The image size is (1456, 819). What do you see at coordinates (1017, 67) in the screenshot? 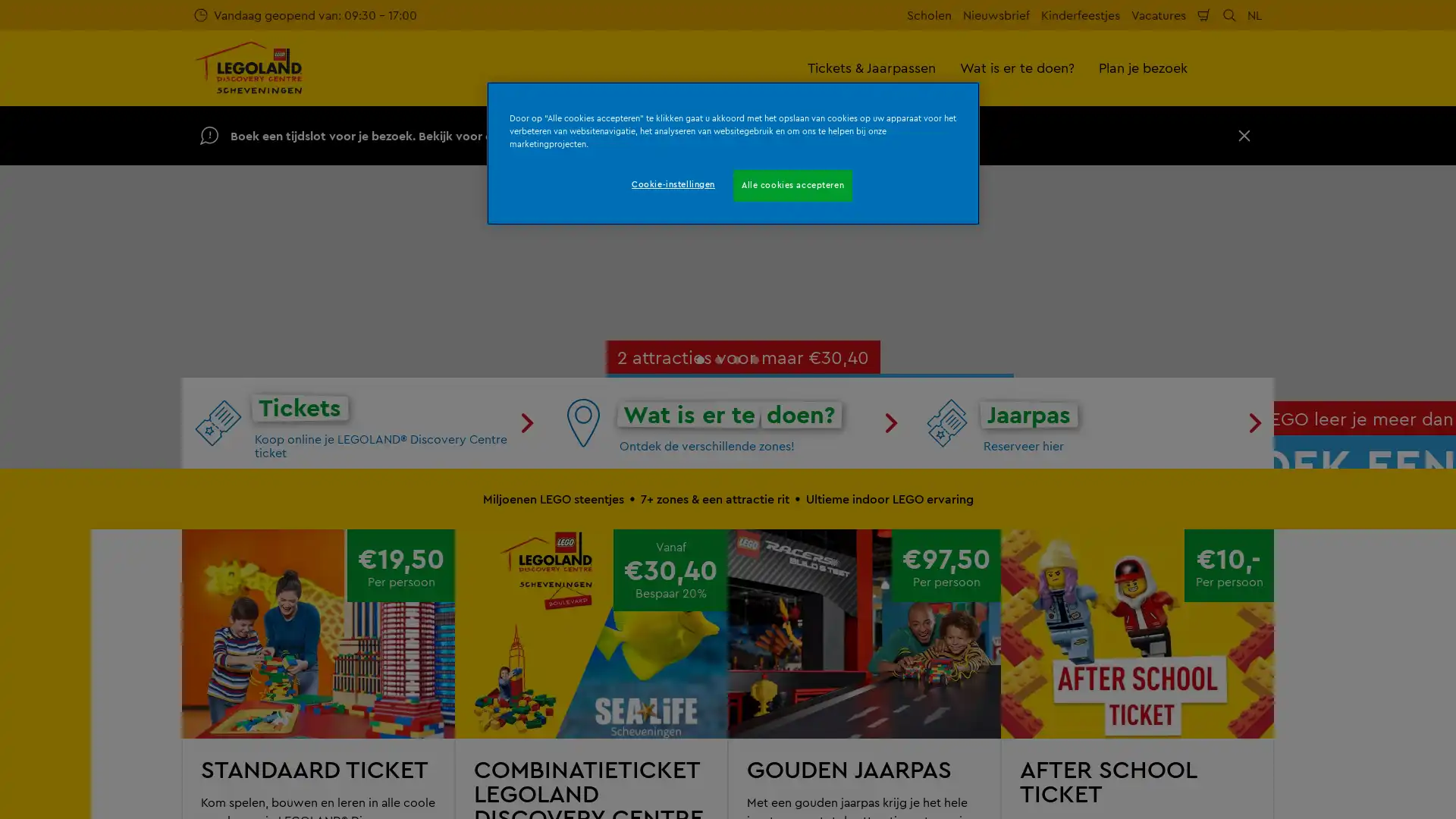
I see `Wat is er te doen?` at bounding box center [1017, 67].